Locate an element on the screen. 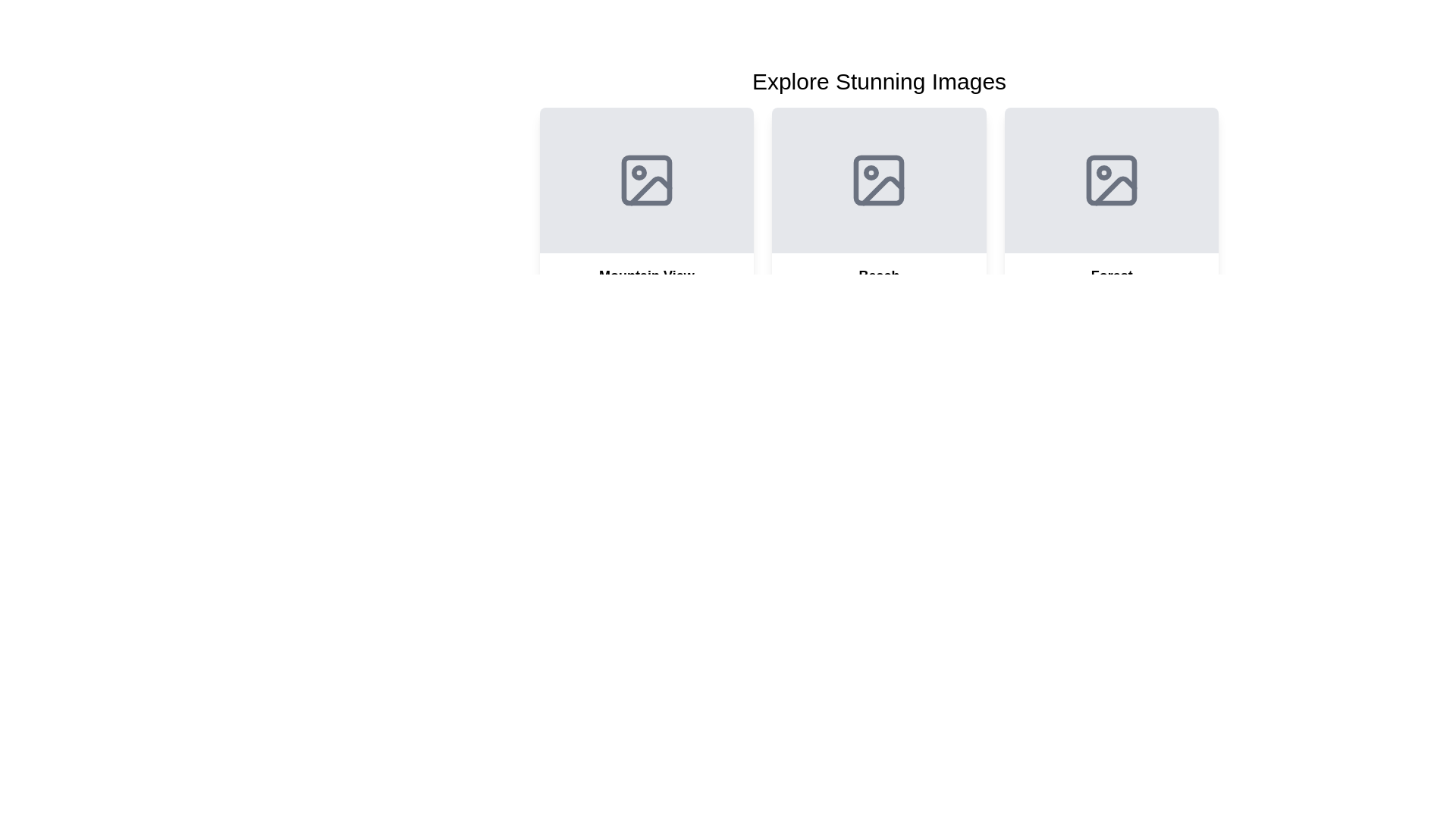 The height and width of the screenshot is (819, 1456). the icon placeholder located in the middle card under the label 'Beach' to interact or select it is located at coordinates (879, 180).